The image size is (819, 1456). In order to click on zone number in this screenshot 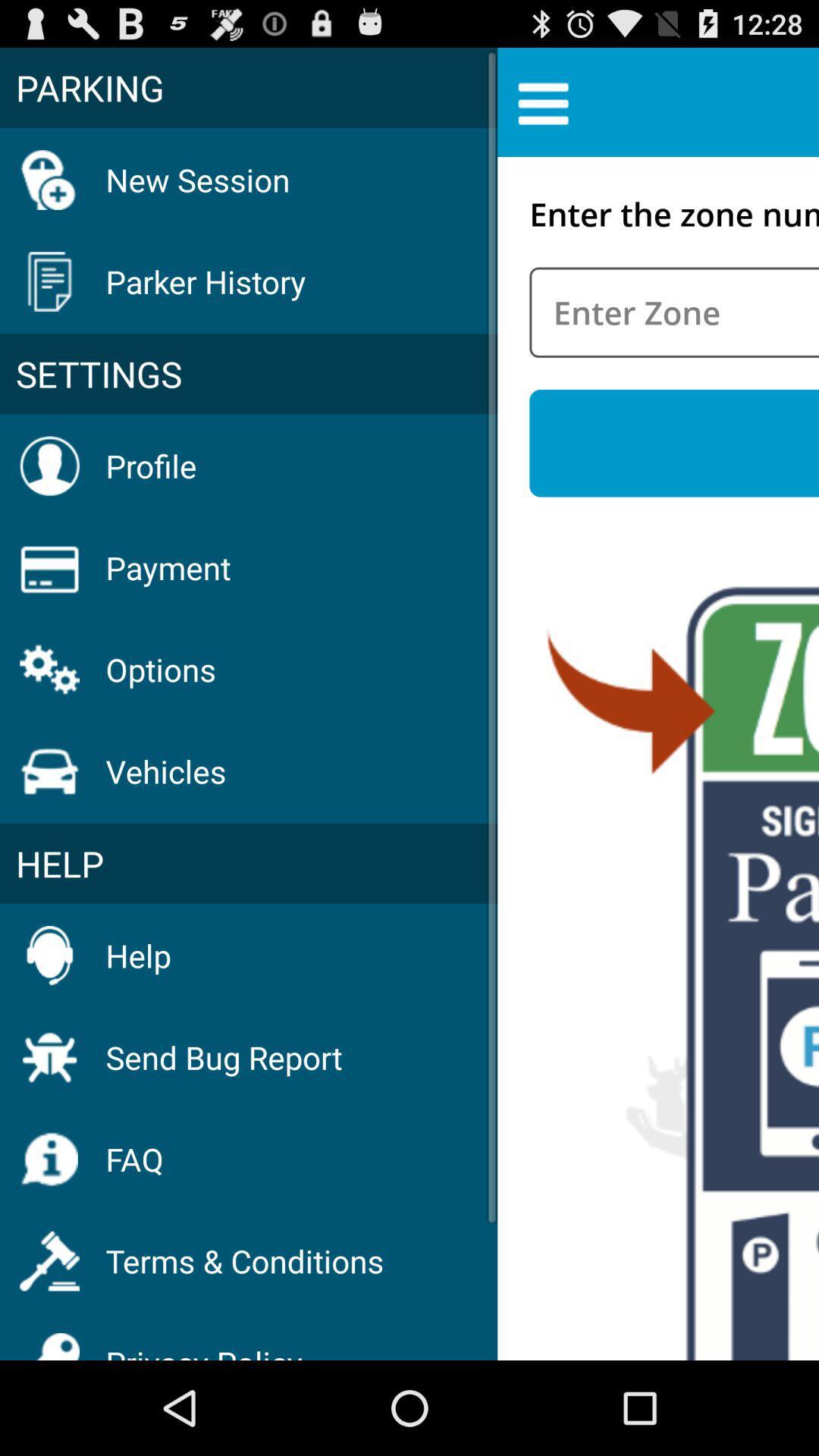, I will do `click(673, 312)`.